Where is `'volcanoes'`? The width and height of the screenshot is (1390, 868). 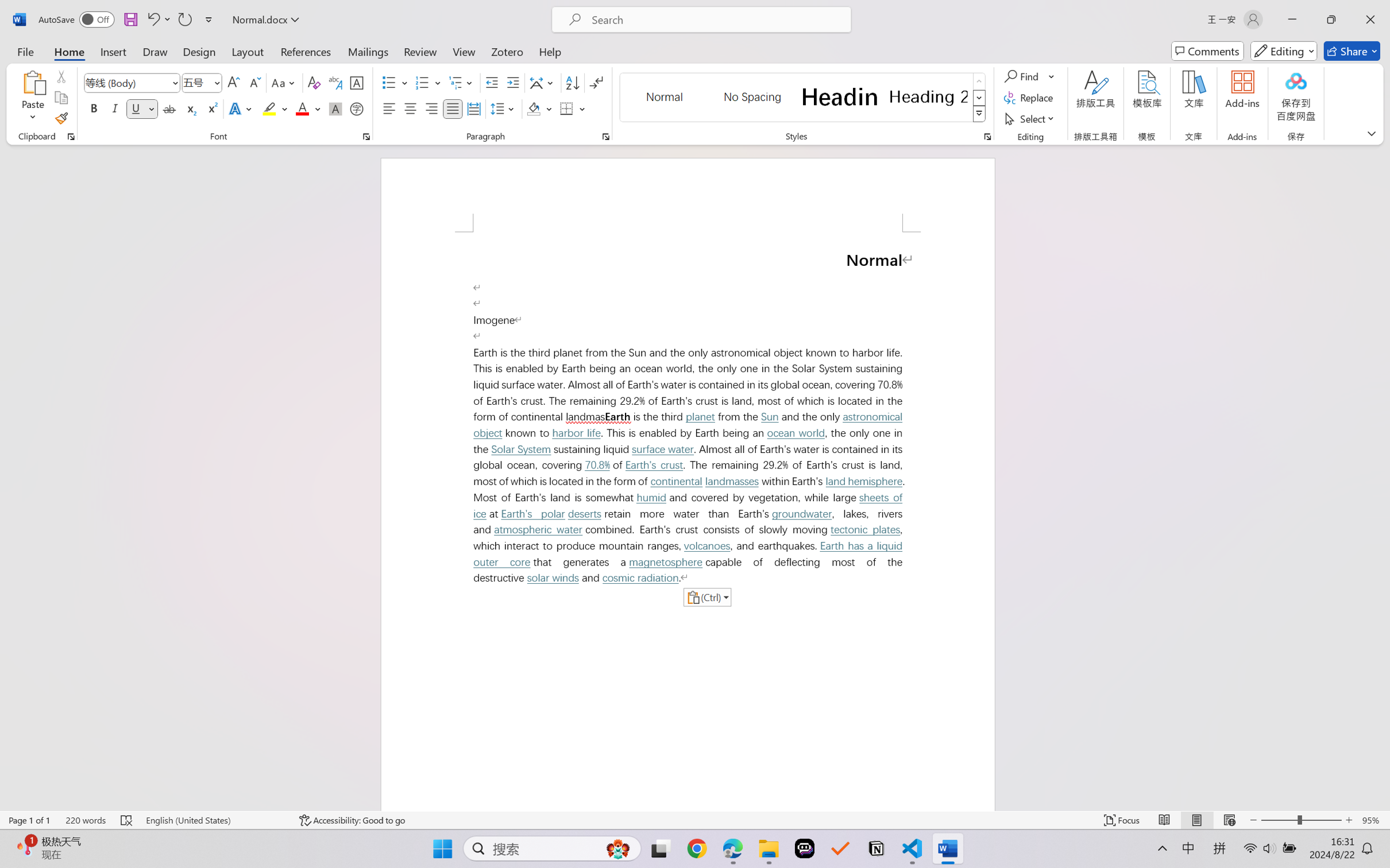
'volcanoes' is located at coordinates (706, 546).